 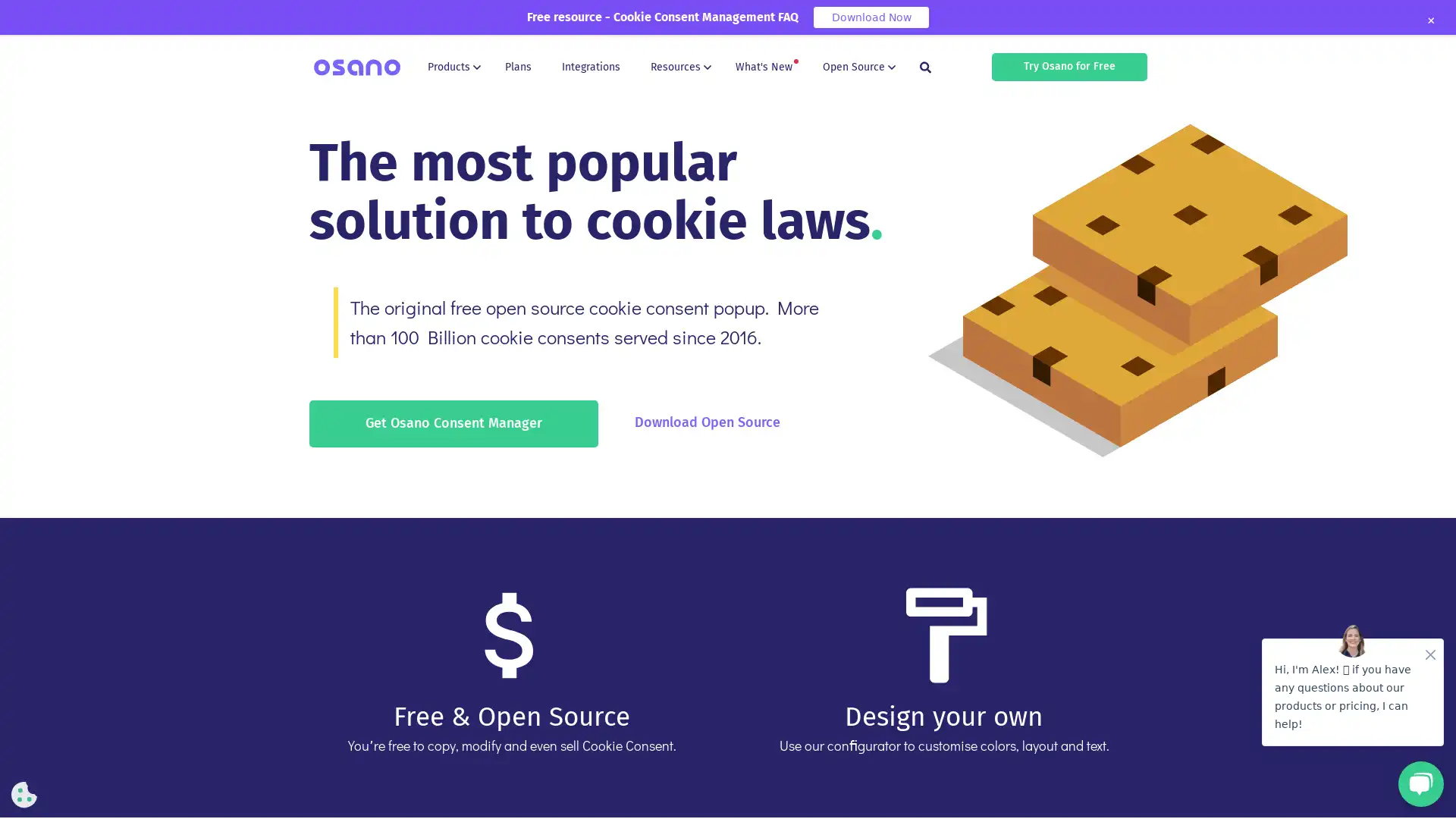 What do you see at coordinates (24, 794) in the screenshot?
I see `Cookie Preferences` at bounding box center [24, 794].